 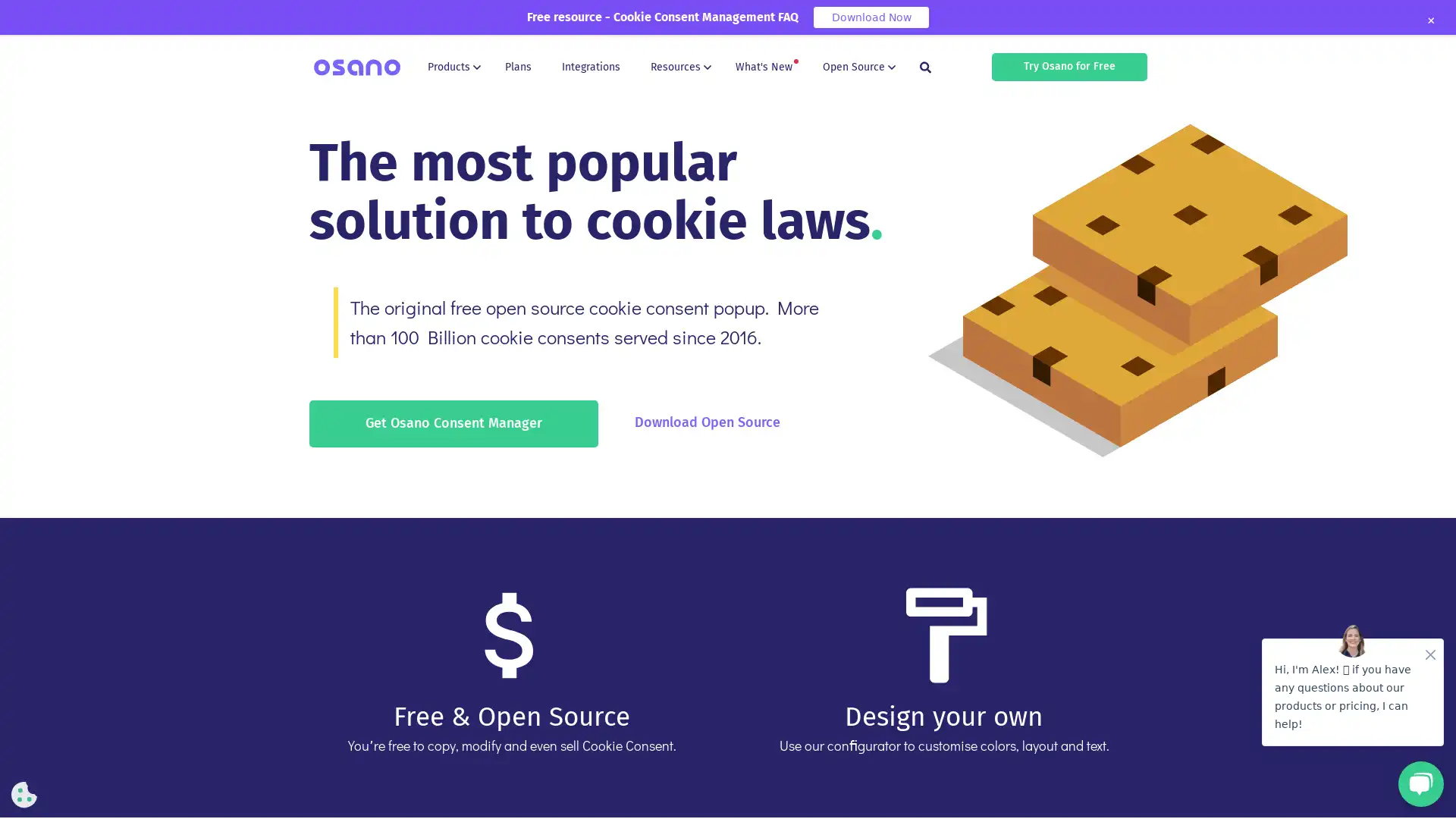 What do you see at coordinates (24, 794) in the screenshot?
I see `Cookie Preferences` at bounding box center [24, 794].